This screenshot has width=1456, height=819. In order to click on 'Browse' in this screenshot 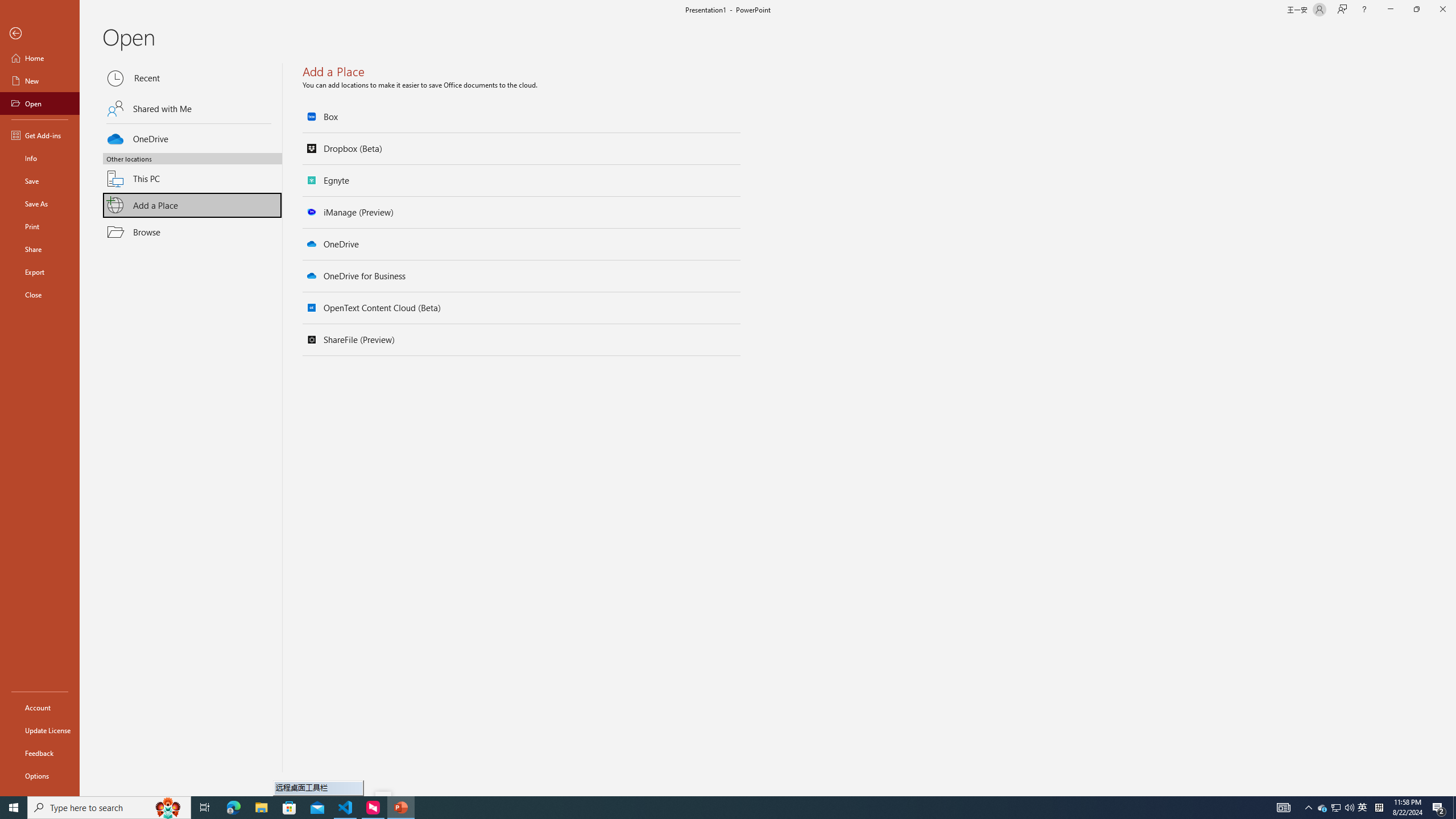, I will do `click(192, 231)`.